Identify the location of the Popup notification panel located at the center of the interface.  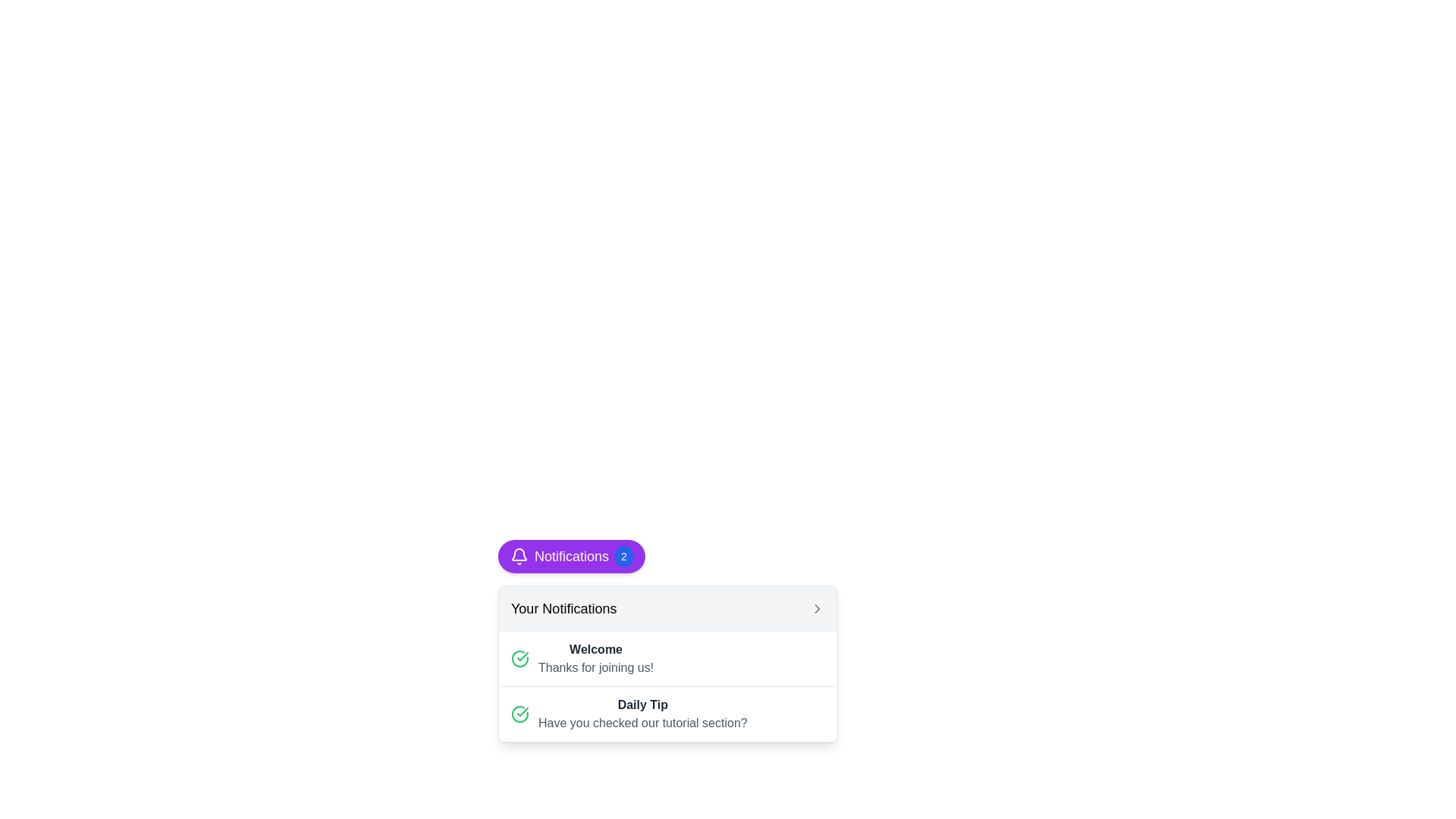
(667, 640).